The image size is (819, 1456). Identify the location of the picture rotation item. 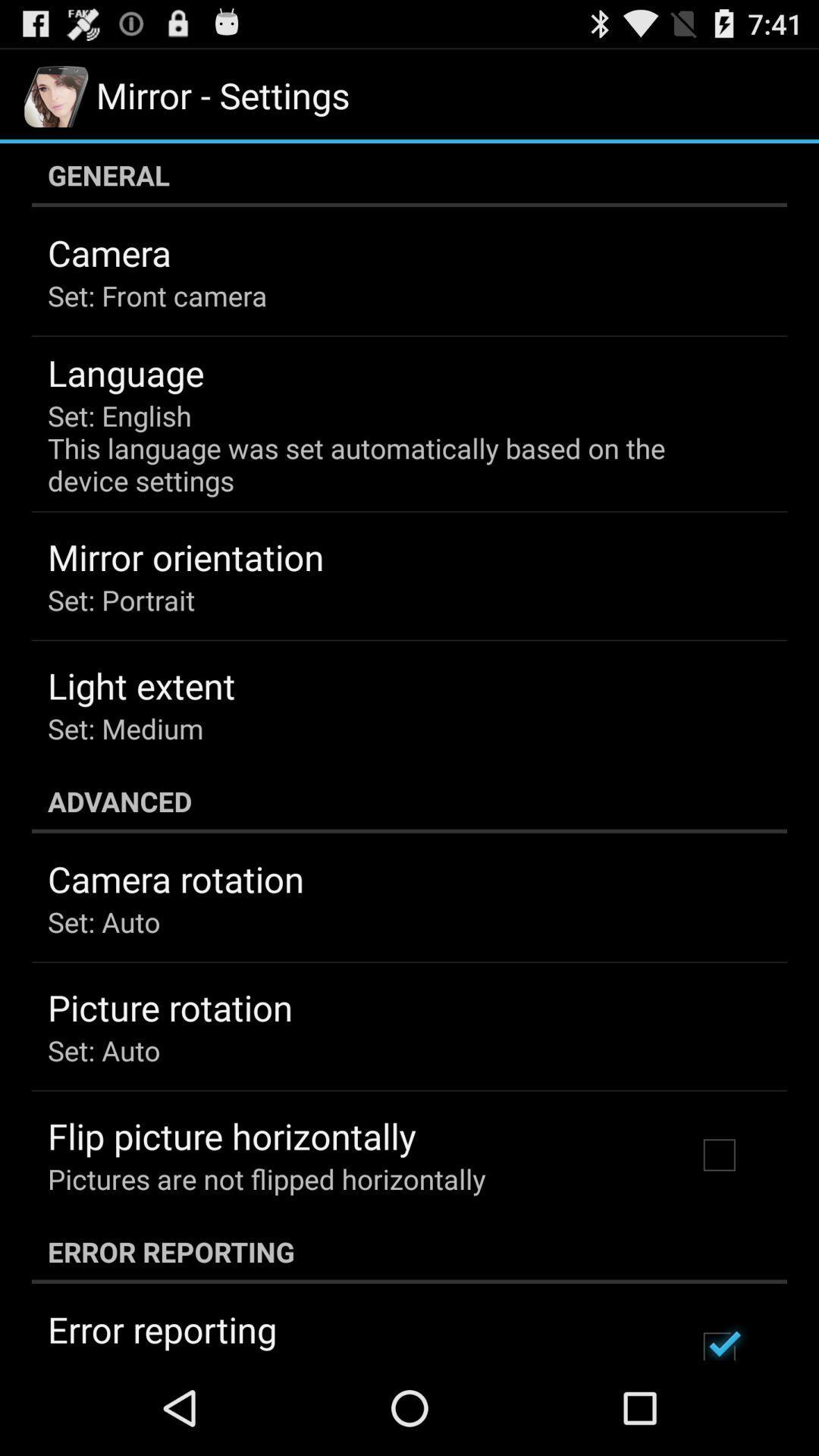
(170, 1007).